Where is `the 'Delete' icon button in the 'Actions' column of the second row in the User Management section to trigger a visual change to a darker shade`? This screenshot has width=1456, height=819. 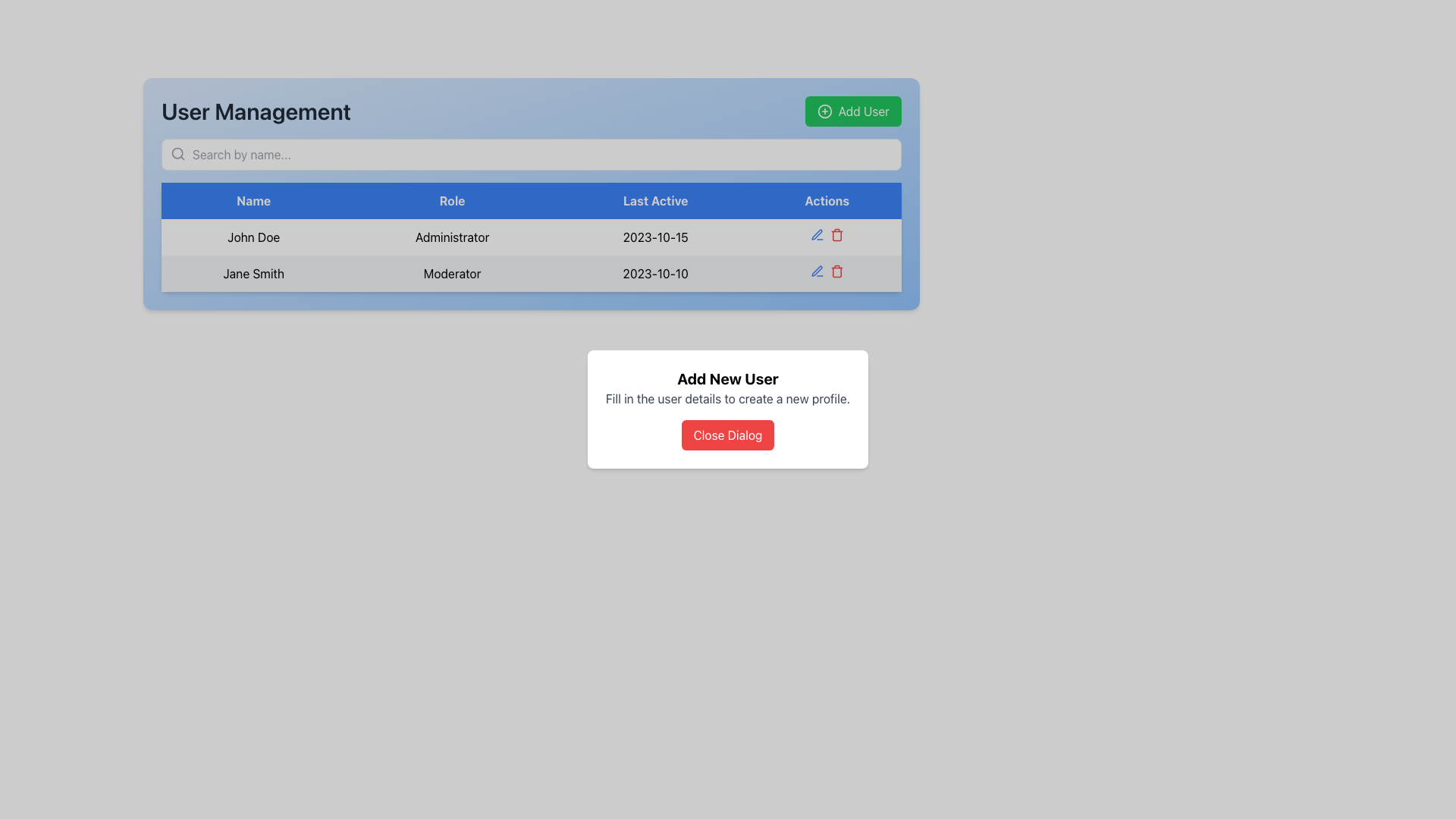
the 'Delete' icon button in the 'Actions' column of the second row in the User Management section to trigger a visual change to a darker shade is located at coordinates (836, 234).